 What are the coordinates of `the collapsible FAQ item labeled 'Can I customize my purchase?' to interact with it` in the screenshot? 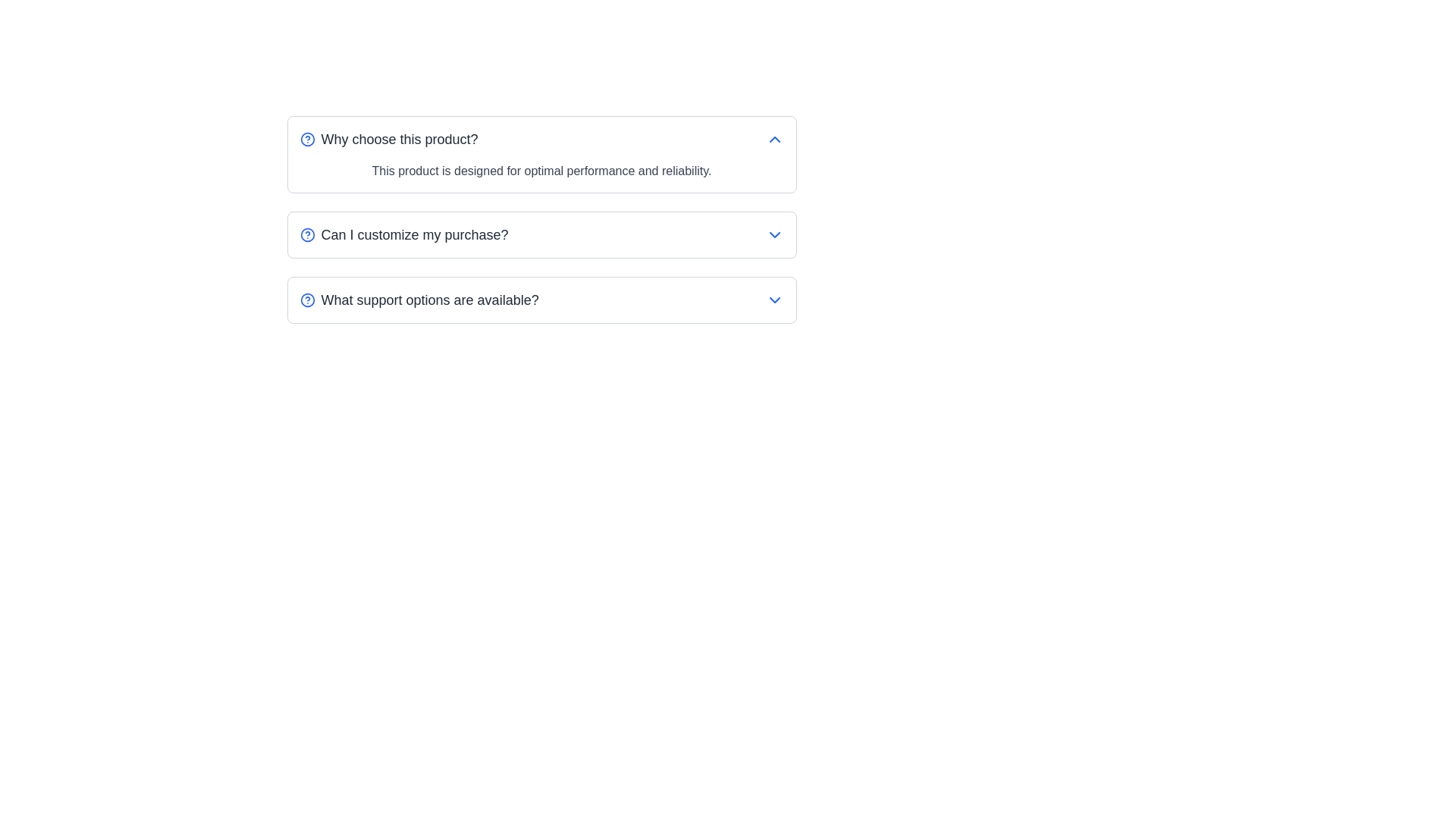 It's located at (541, 219).